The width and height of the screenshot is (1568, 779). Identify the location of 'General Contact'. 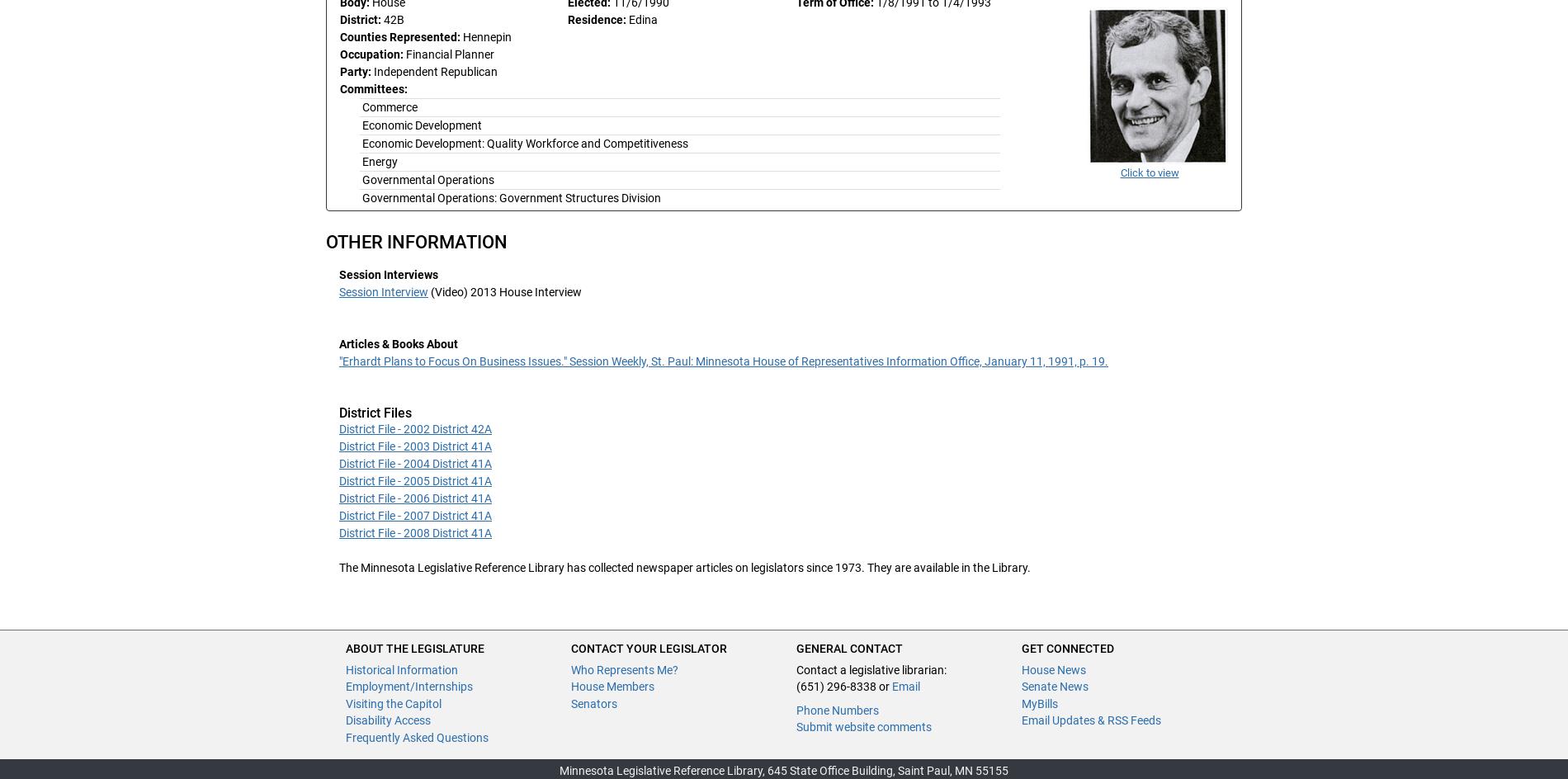
(849, 647).